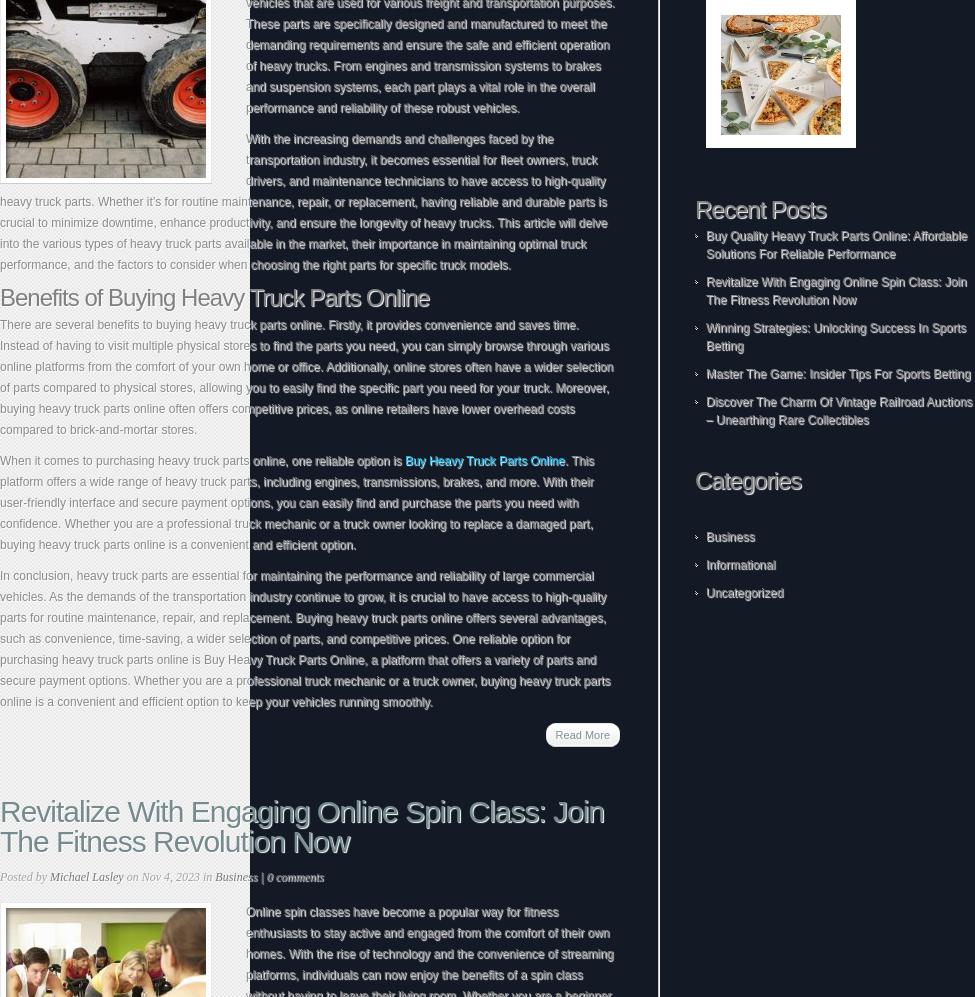 Image resolution: width=975 pixels, height=997 pixels. I want to click on 'Posted  by', so click(24, 875).